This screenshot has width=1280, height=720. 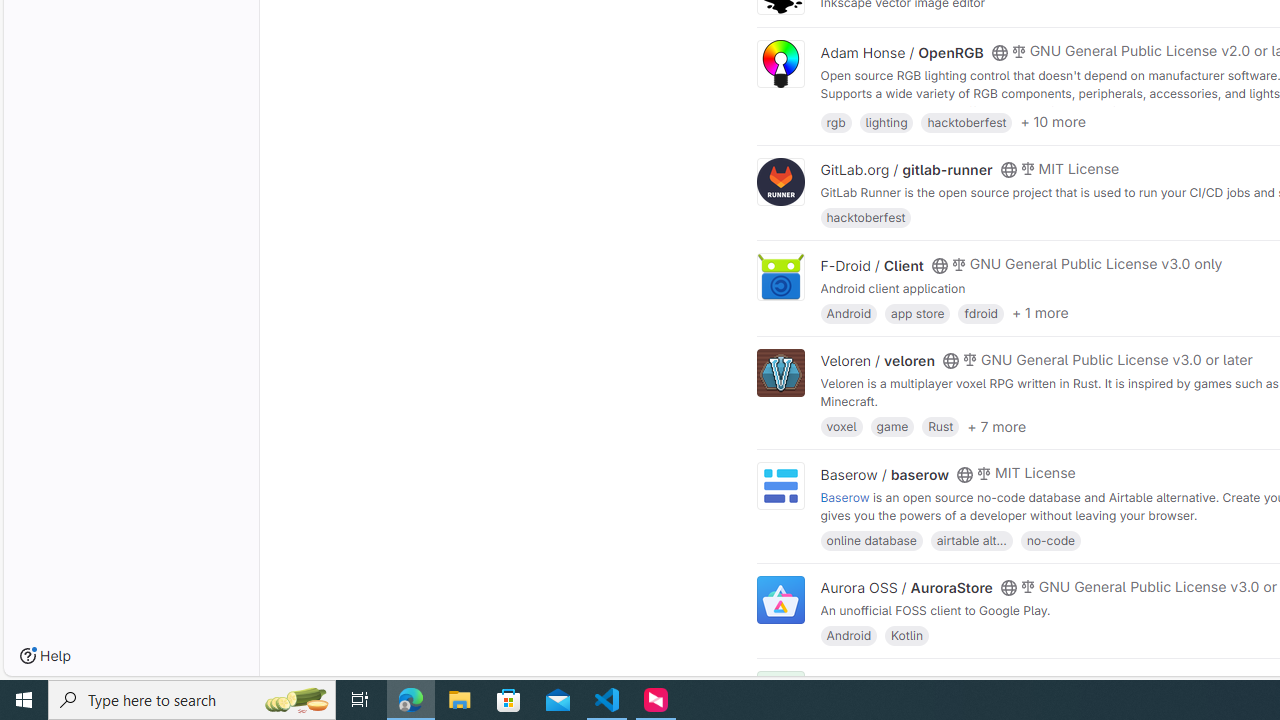 I want to click on 'game', so click(x=891, y=425).